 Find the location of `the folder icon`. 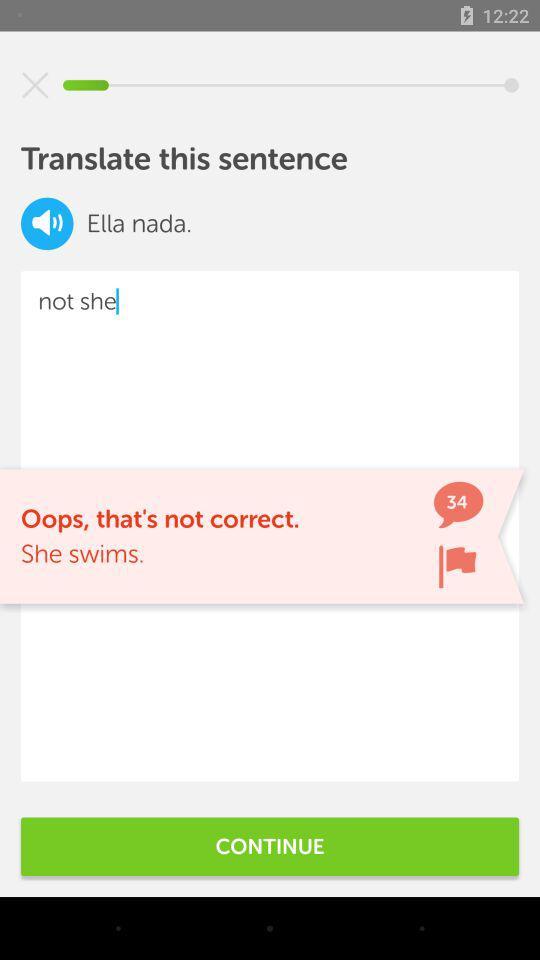

the folder icon is located at coordinates (457, 566).